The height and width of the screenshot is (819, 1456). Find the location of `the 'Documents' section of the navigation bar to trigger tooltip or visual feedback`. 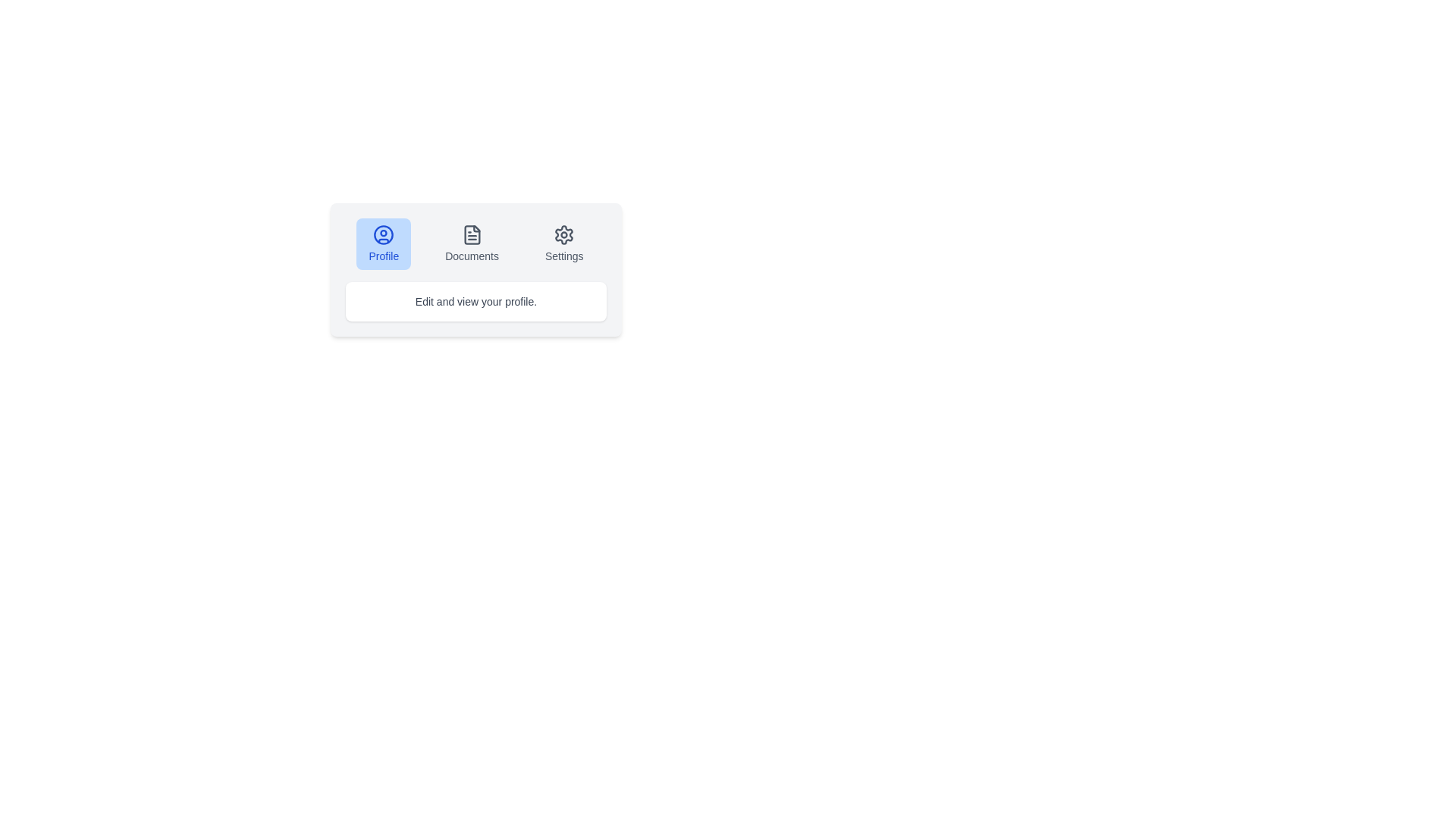

the 'Documents' section of the navigation bar to trigger tooltip or visual feedback is located at coordinates (475, 243).